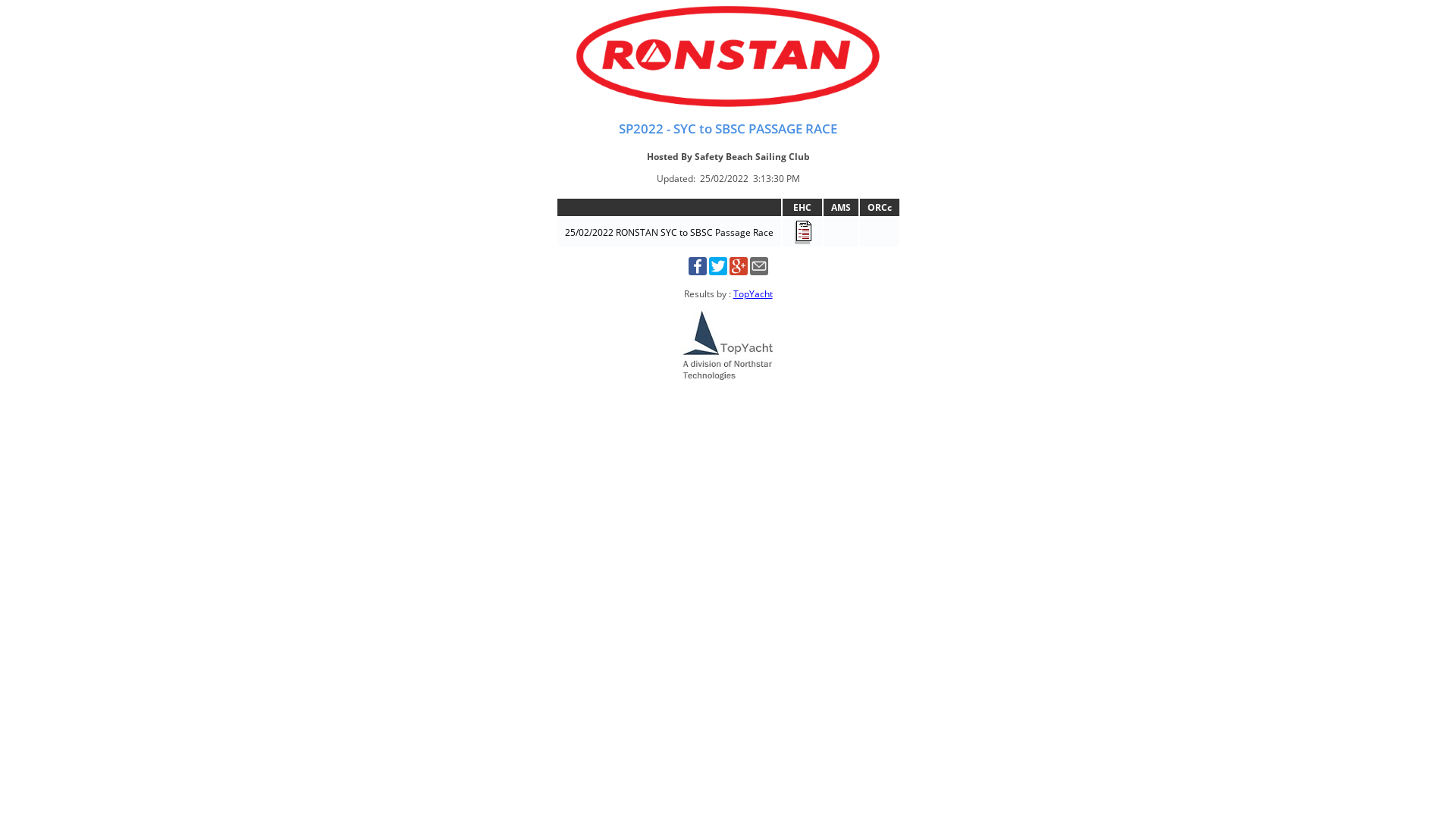 The height and width of the screenshot is (819, 1456). I want to click on 'Share on Facebook', so click(697, 271).